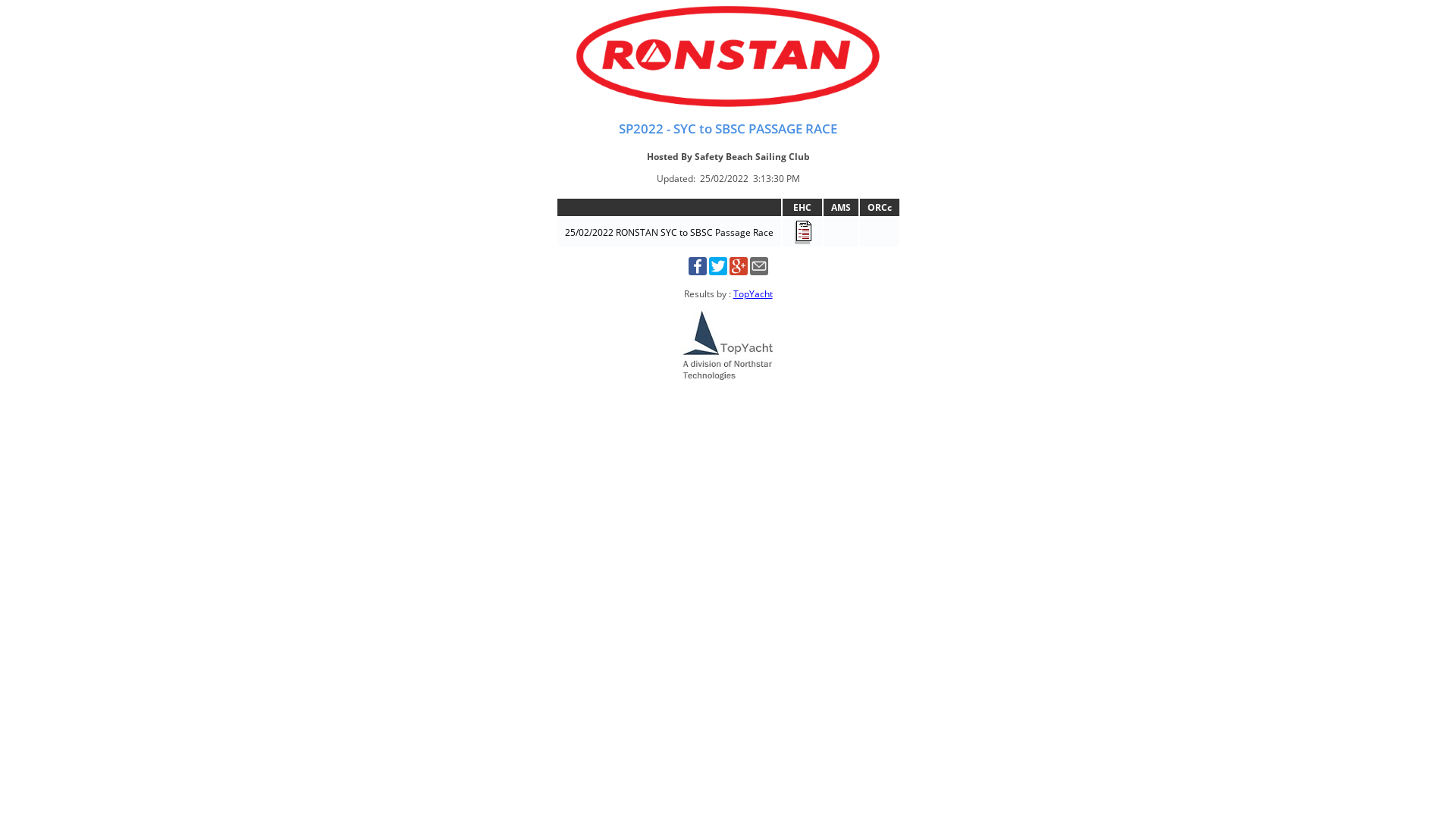 The height and width of the screenshot is (819, 1456). I want to click on 'Share on Facebook', so click(697, 271).